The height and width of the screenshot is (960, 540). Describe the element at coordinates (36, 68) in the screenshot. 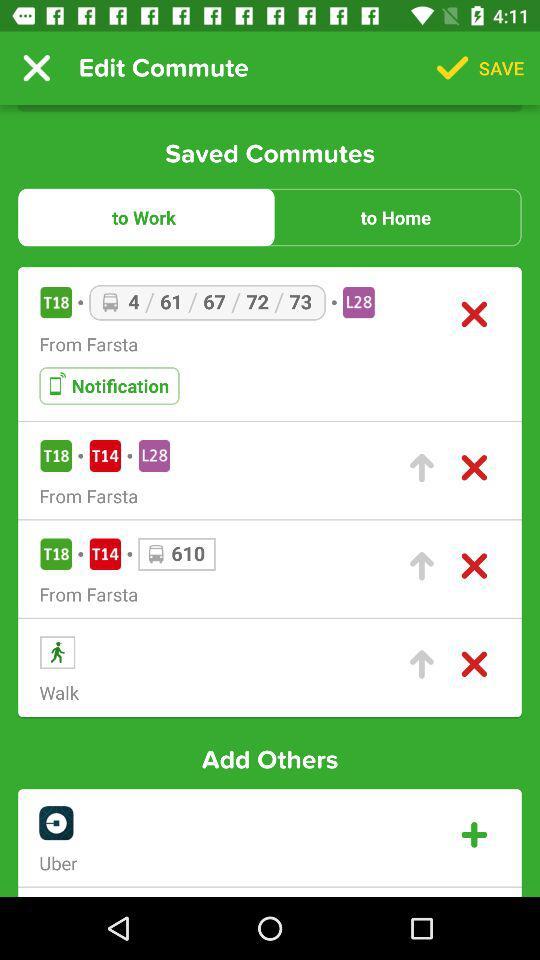

I see `icon to the left of edit commute` at that location.